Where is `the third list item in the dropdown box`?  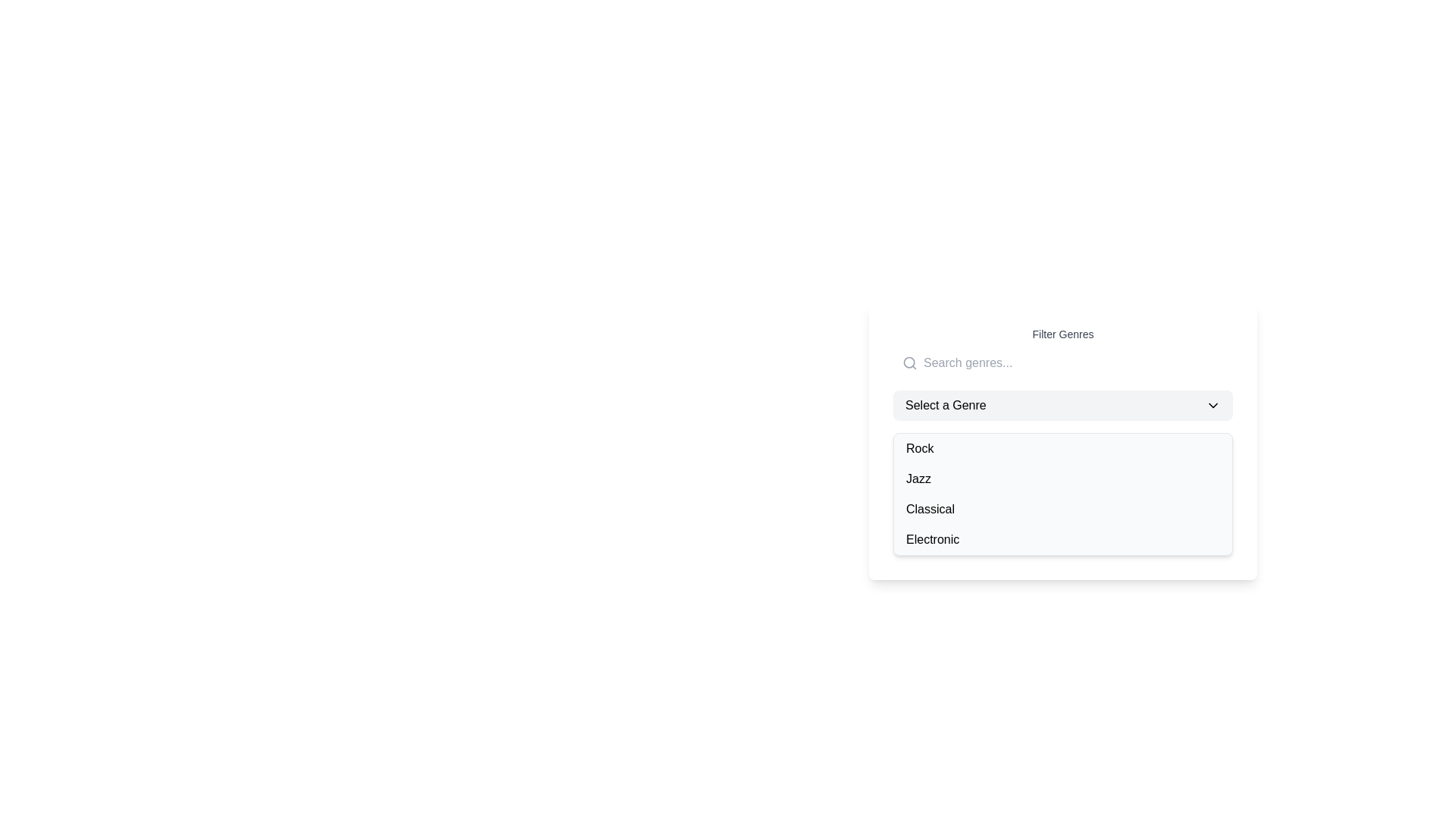
the third list item in the dropdown box is located at coordinates (1062, 509).